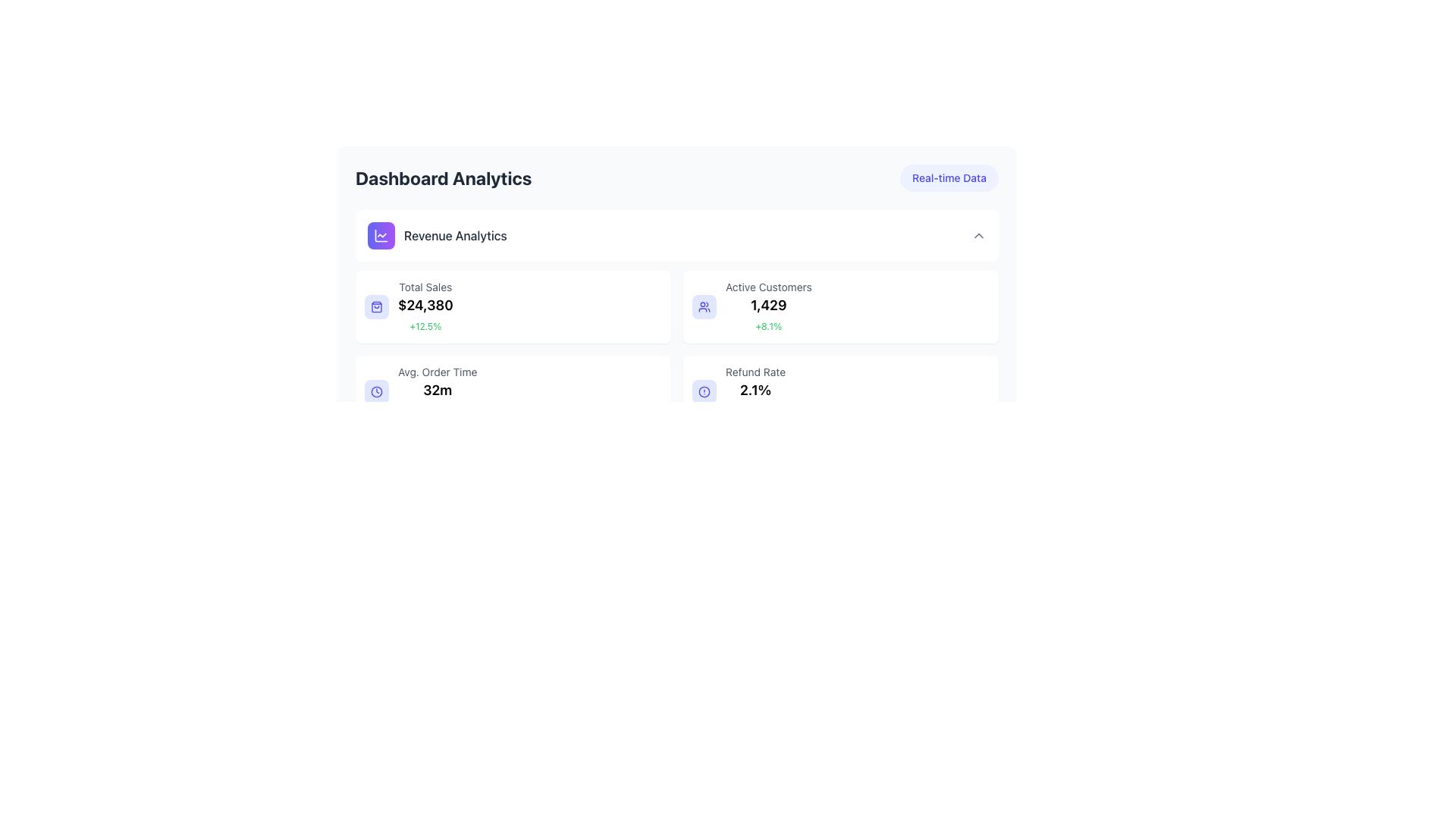 The image size is (1456, 819). What do you see at coordinates (768, 305) in the screenshot?
I see `the text label that visually represents the count of active customers, located beneath 'Active Customers' and above '+8.1%' in the third section of the dashboard` at bounding box center [768, 305].